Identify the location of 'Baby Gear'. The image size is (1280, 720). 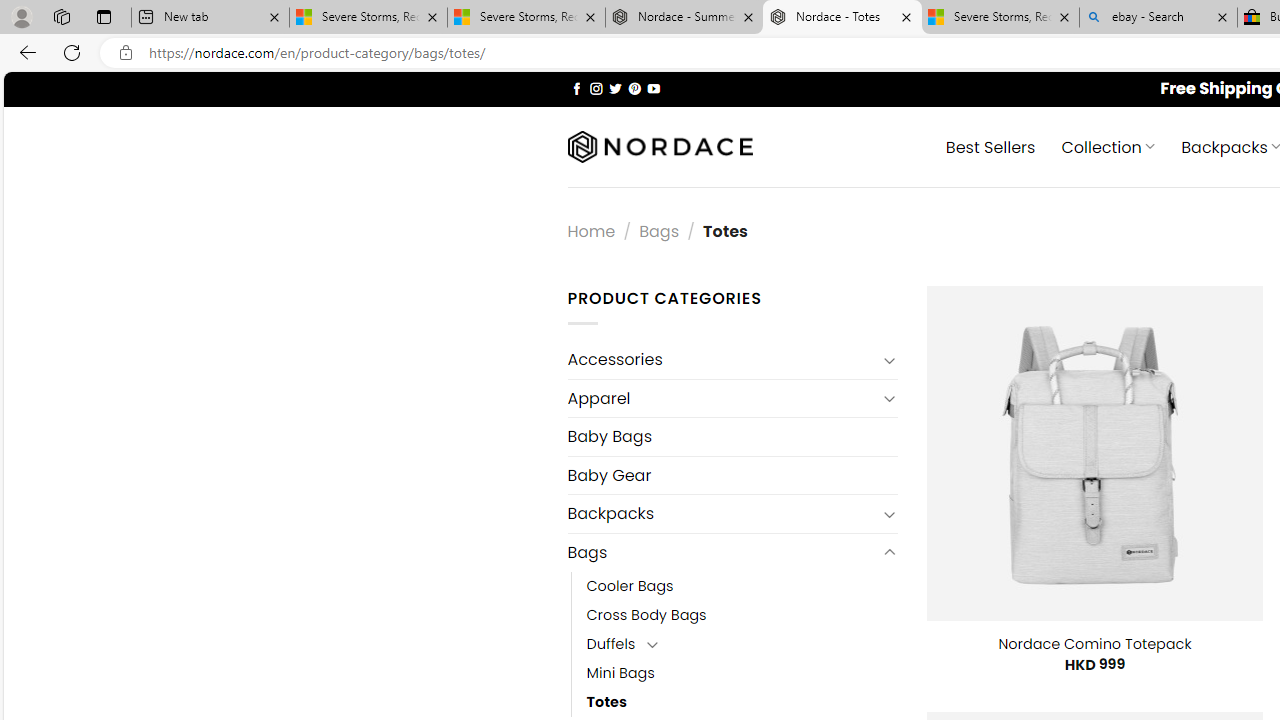
(731, 475).